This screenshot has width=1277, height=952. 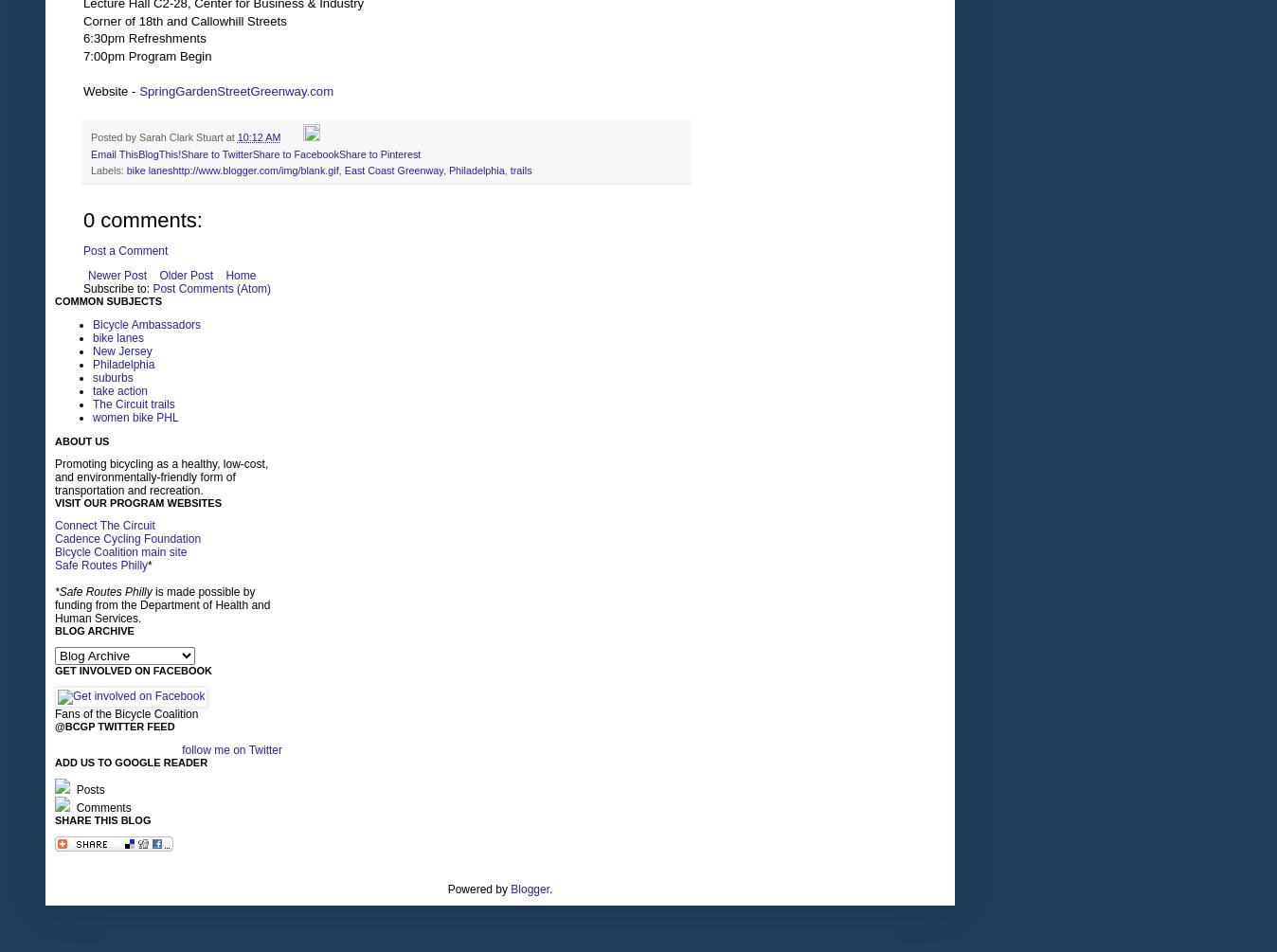 I want to click on 'trails', so click(x=520, y=168).